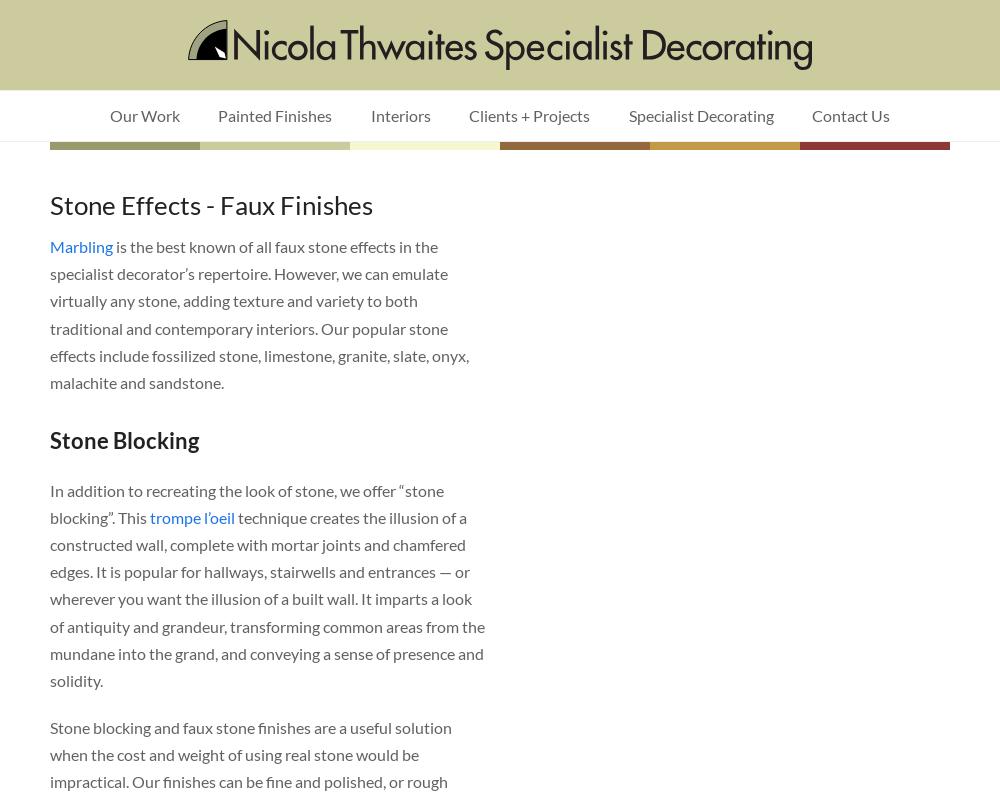 The image size is (1000, 805). Describe the element at coordinates (275, 115) in the screenshot. I see `'Painted Finishes'` at that location.